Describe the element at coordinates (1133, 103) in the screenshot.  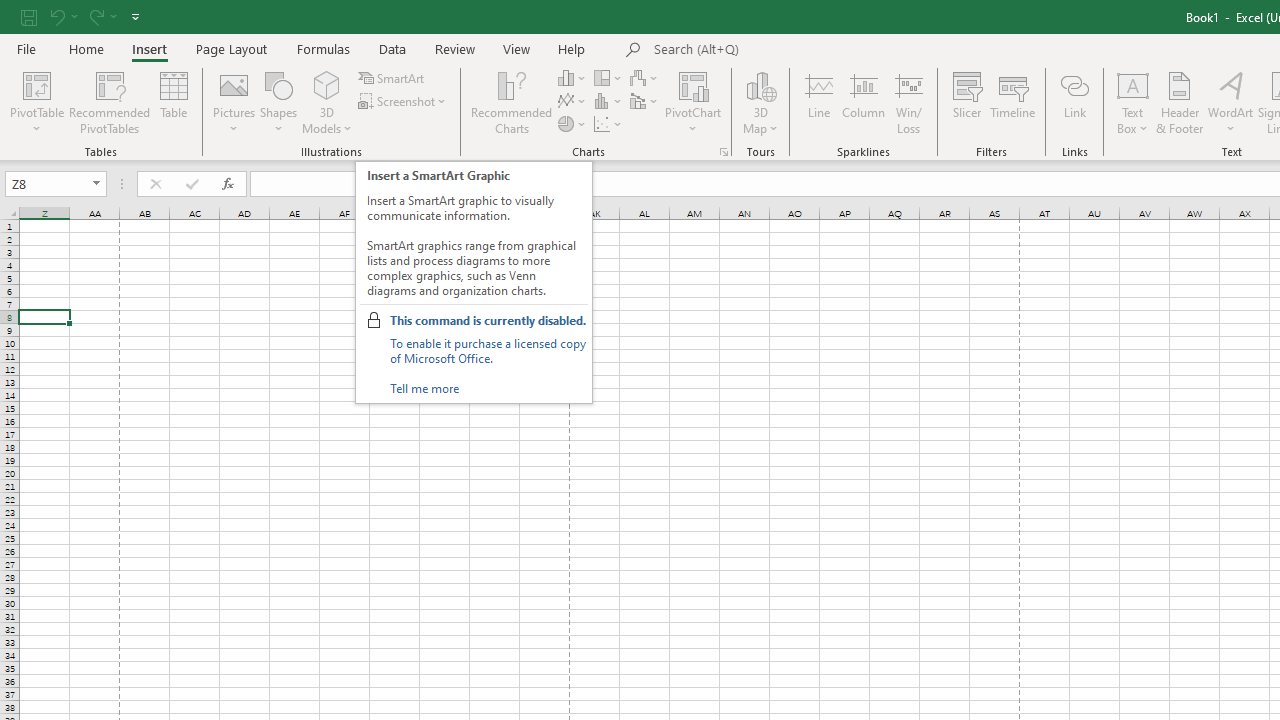
I see `'Text Box'` at that location.